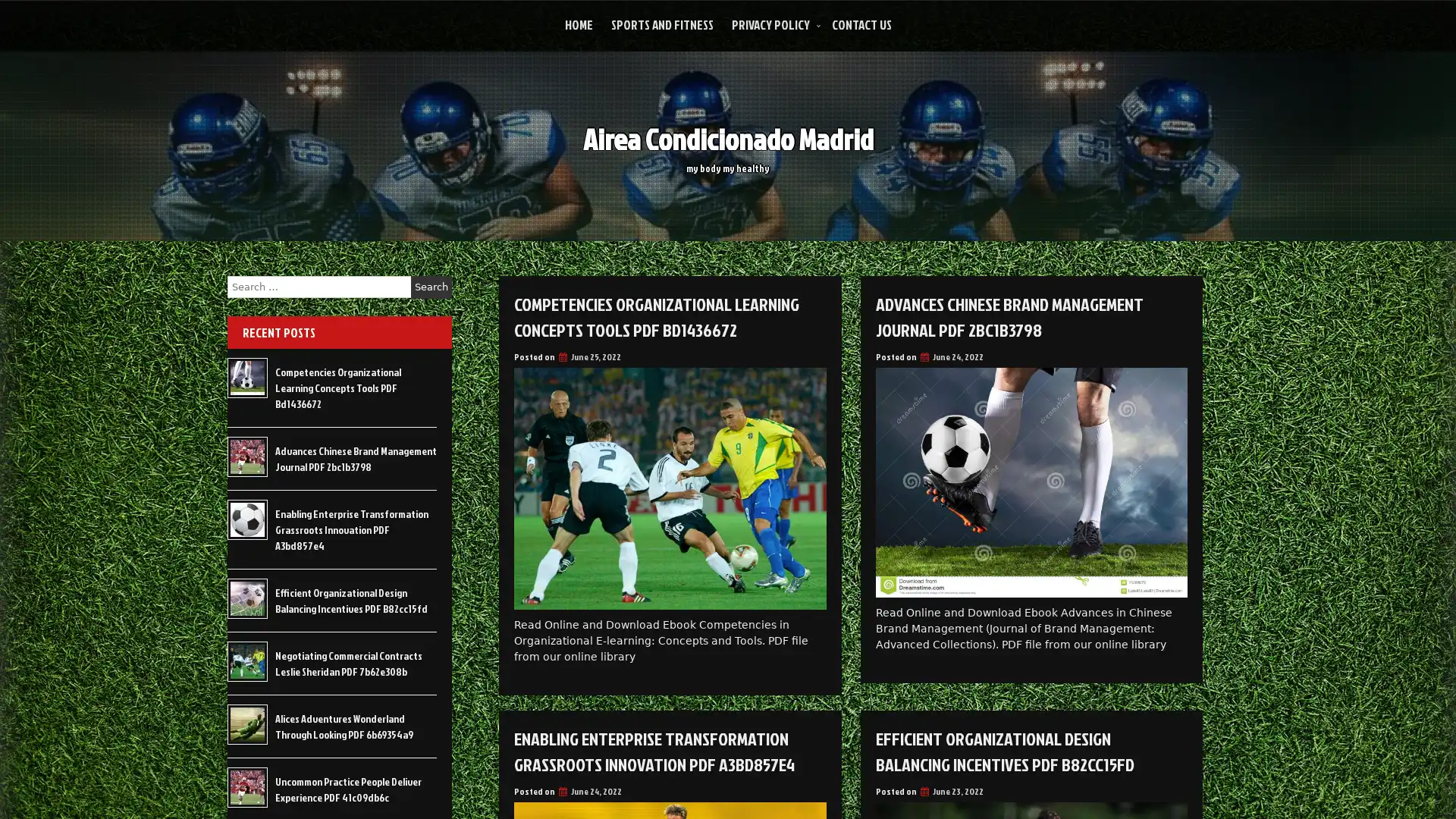 Image resolution: width=1456 pixels, height=819 pixels. Describe the element at coordinates (431, 287) in the screenshot. I see `Search` at that location.